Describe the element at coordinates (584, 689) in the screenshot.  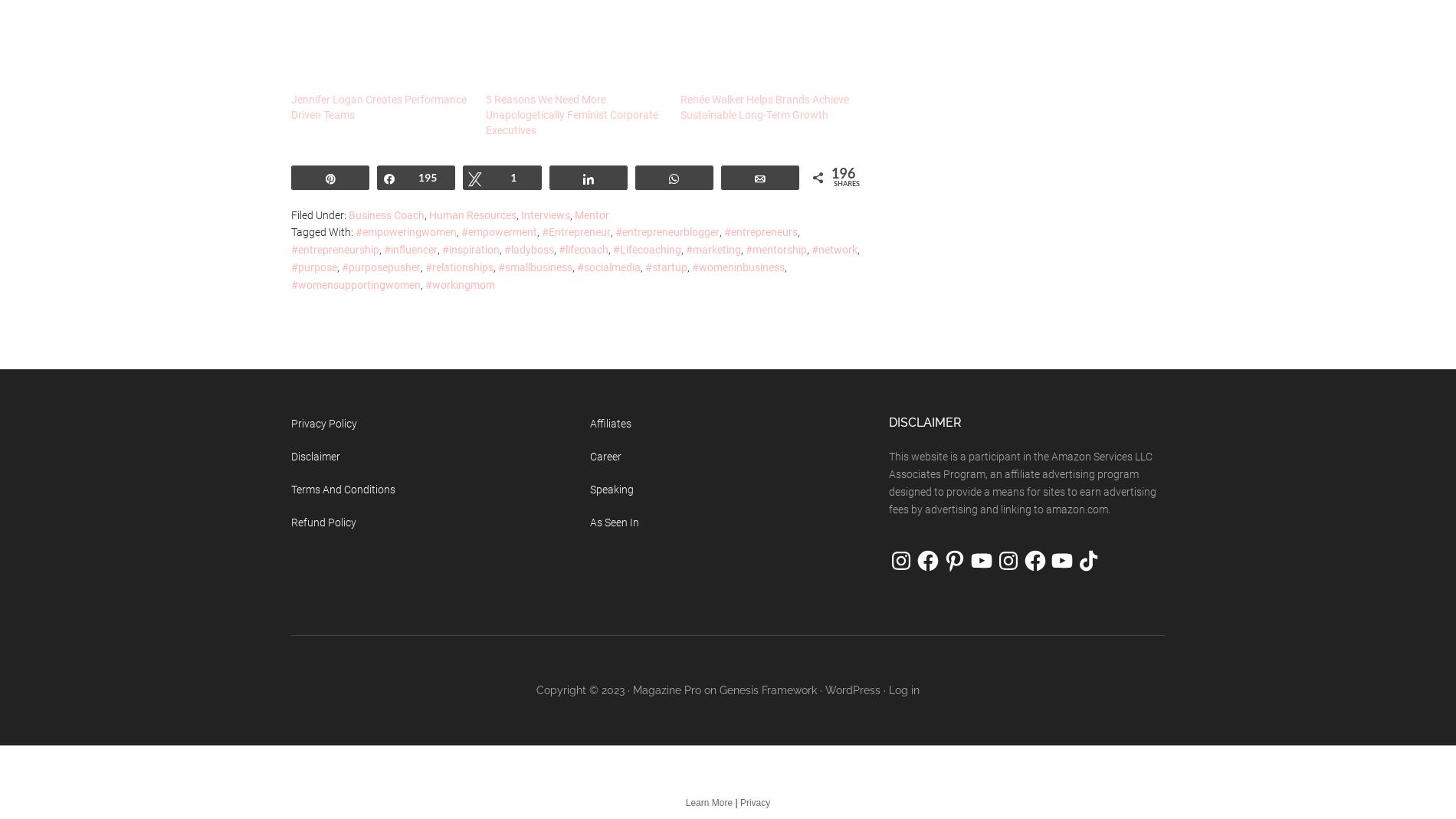
I see `'Copyright © 2023 ·'` at that location.